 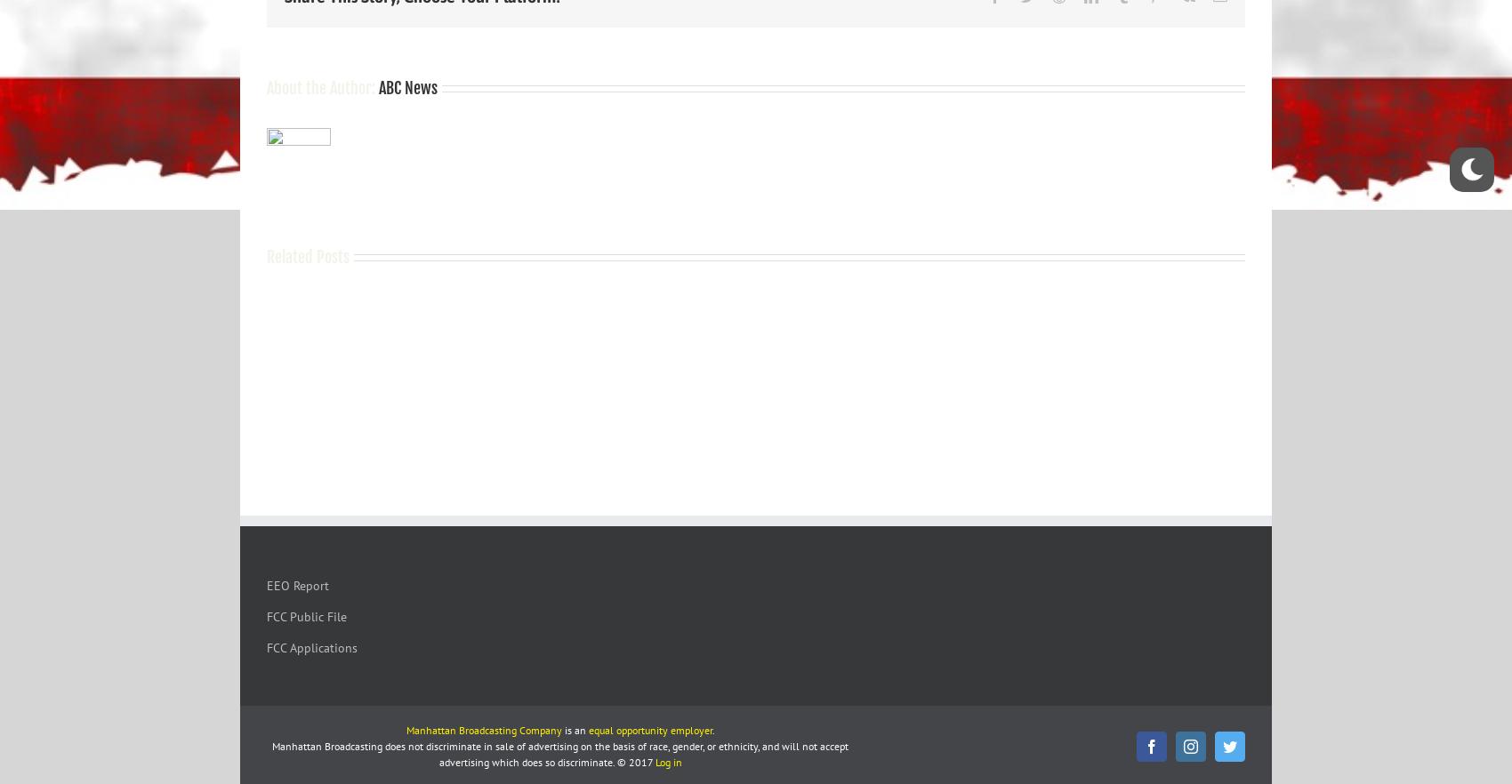 What do you see at coordinates (559, 753) in the screenshot?
I see `'Manhattan Broadcasting does not discriminate in sale of advertising on the 
basis of race, gender, or ethnicity, and will not accept advertising 
which does so discriminate. © 2017'` at bounding box center [559, 753].